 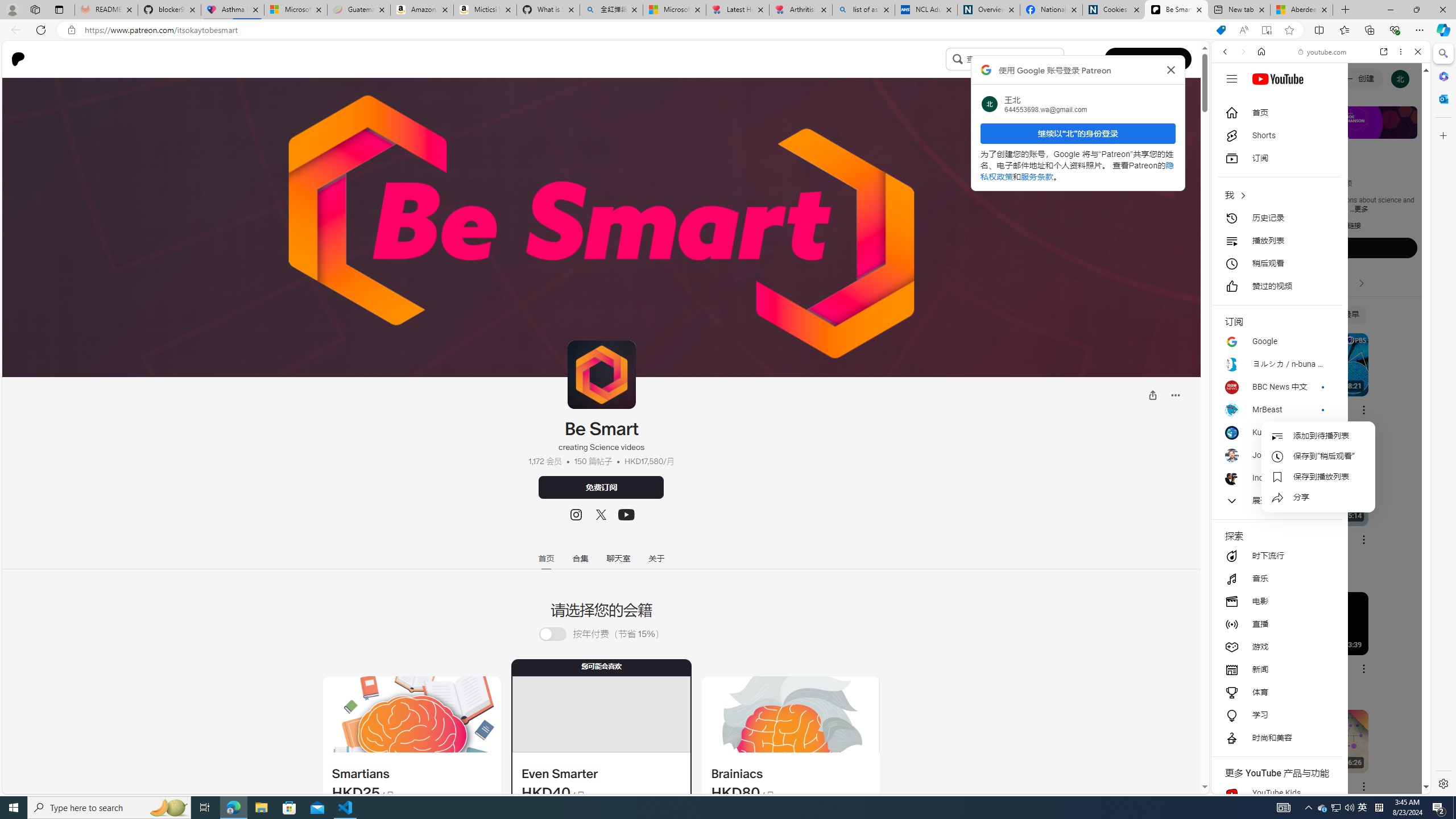 I want to click on 'Class: sc-jrQzAO HeRcC sc-1b5vbhn-1 hqVCmM', so click(x=626, y=514).